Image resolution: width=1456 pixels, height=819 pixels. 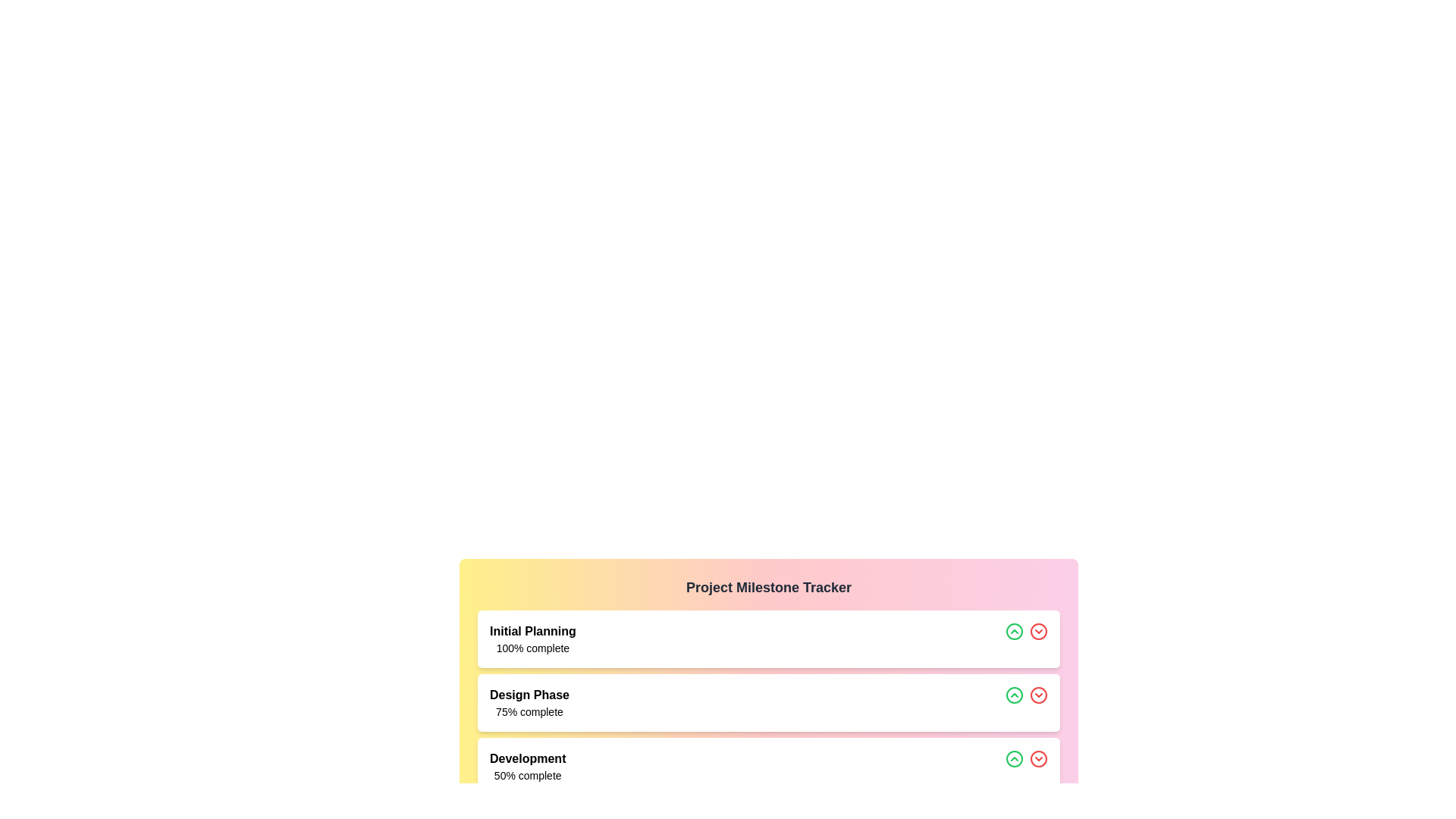 What do you see at coordinates (1015, 695) in the screenshot?
I see `the circular green button with an upward-pointing chevron, located to the left of the downward-chevron icon in the top position of its group` at bounding box center [1015, 695].